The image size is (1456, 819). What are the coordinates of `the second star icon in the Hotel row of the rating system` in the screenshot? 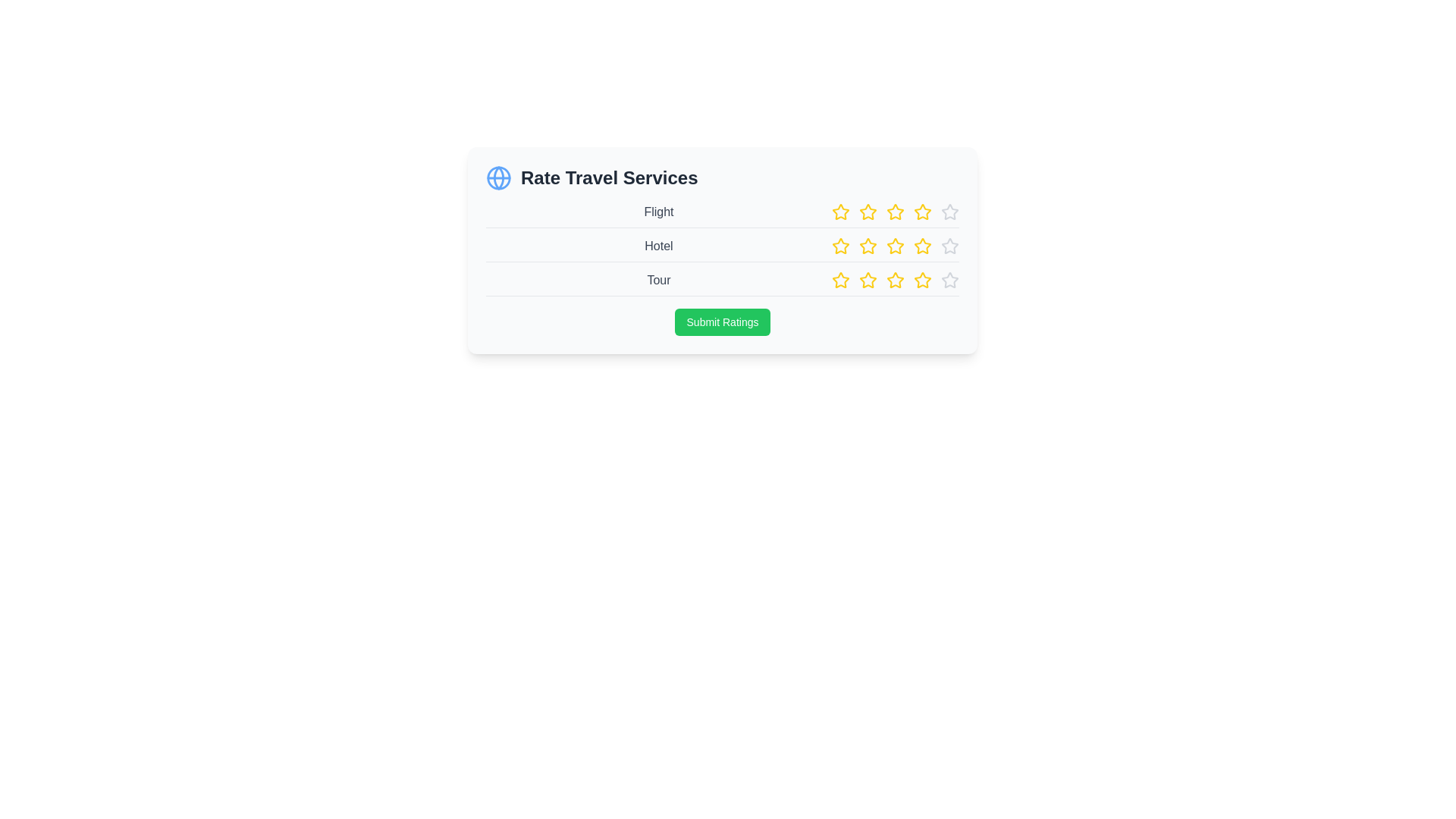 It's located at (868, 245).